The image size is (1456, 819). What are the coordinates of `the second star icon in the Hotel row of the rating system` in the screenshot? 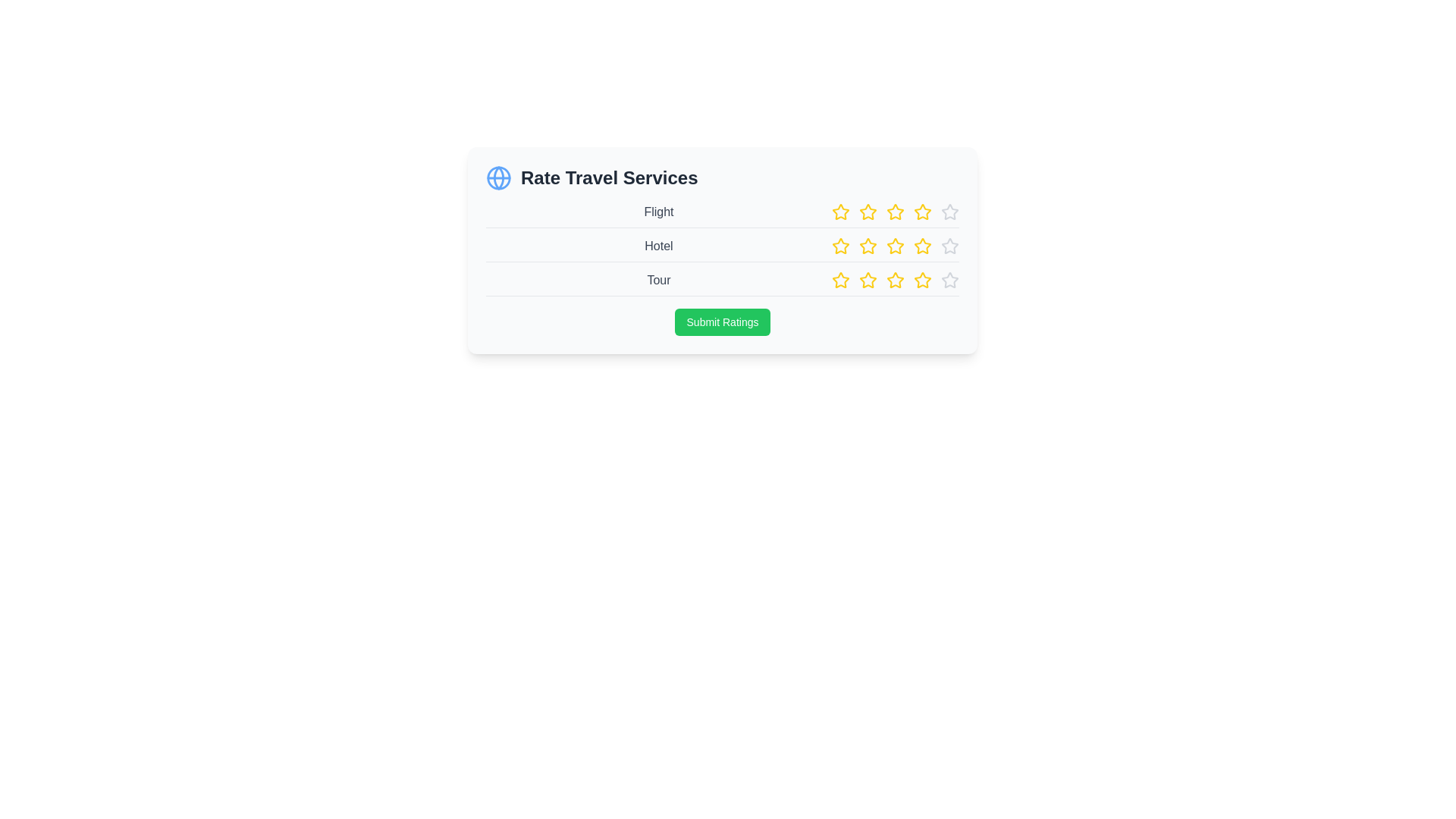 It's located at (868, 245).